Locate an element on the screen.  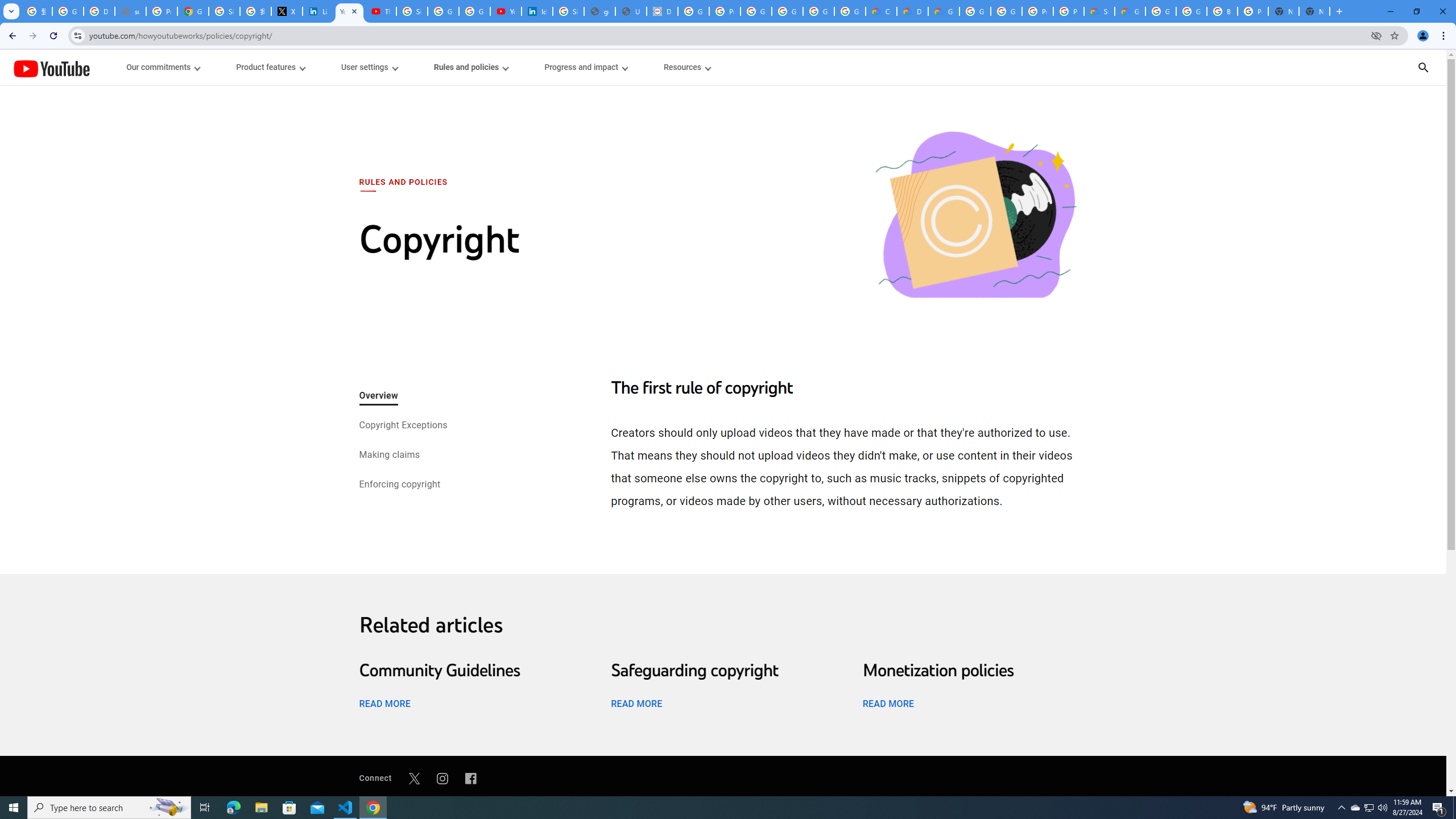
'Third-party cookies blocked' is located at coordinates (1376, 35).